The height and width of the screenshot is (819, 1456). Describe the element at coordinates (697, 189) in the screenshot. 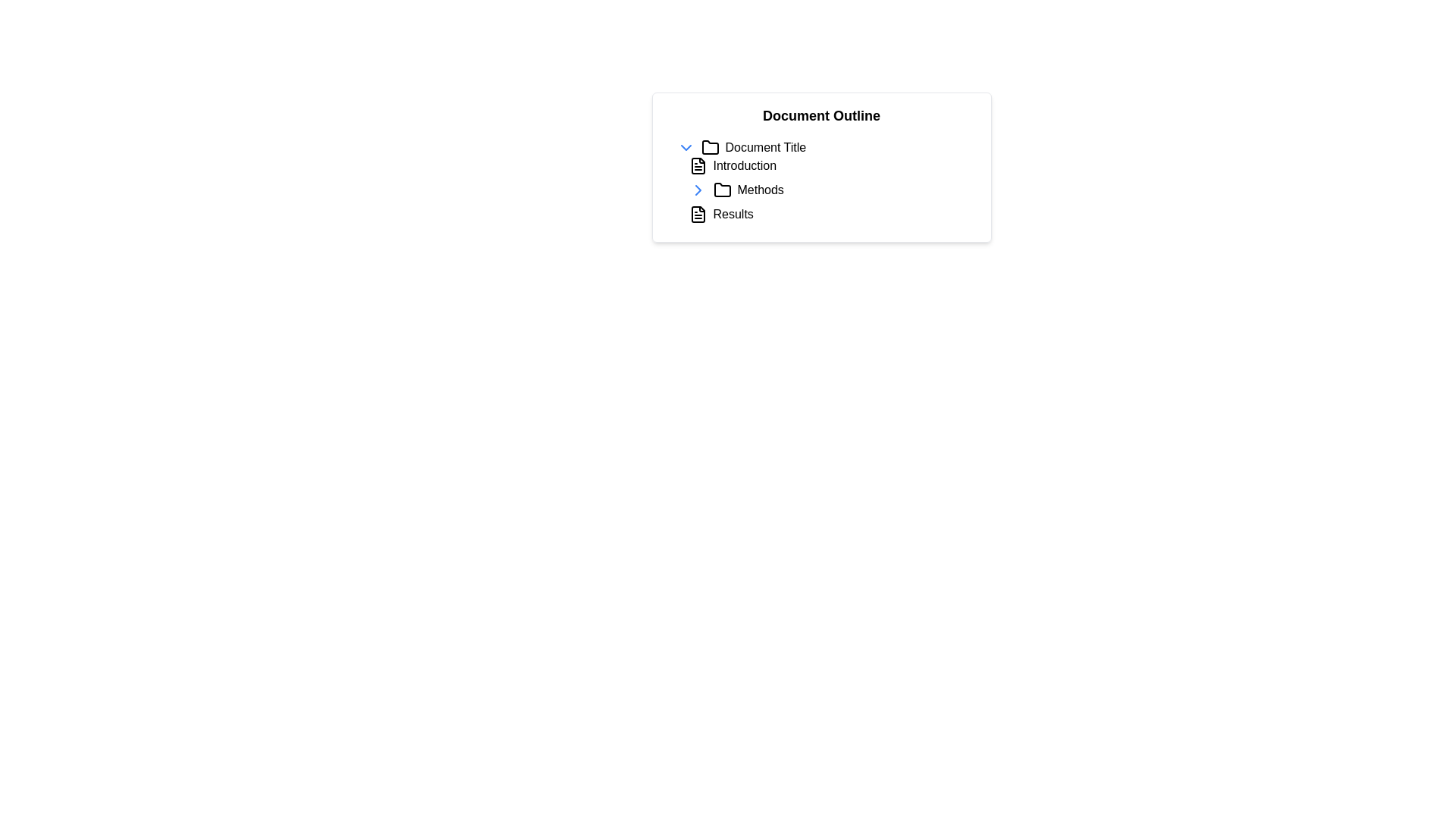

I see `the Chevron icon located in the top-left section of the document outline interface` at that location.